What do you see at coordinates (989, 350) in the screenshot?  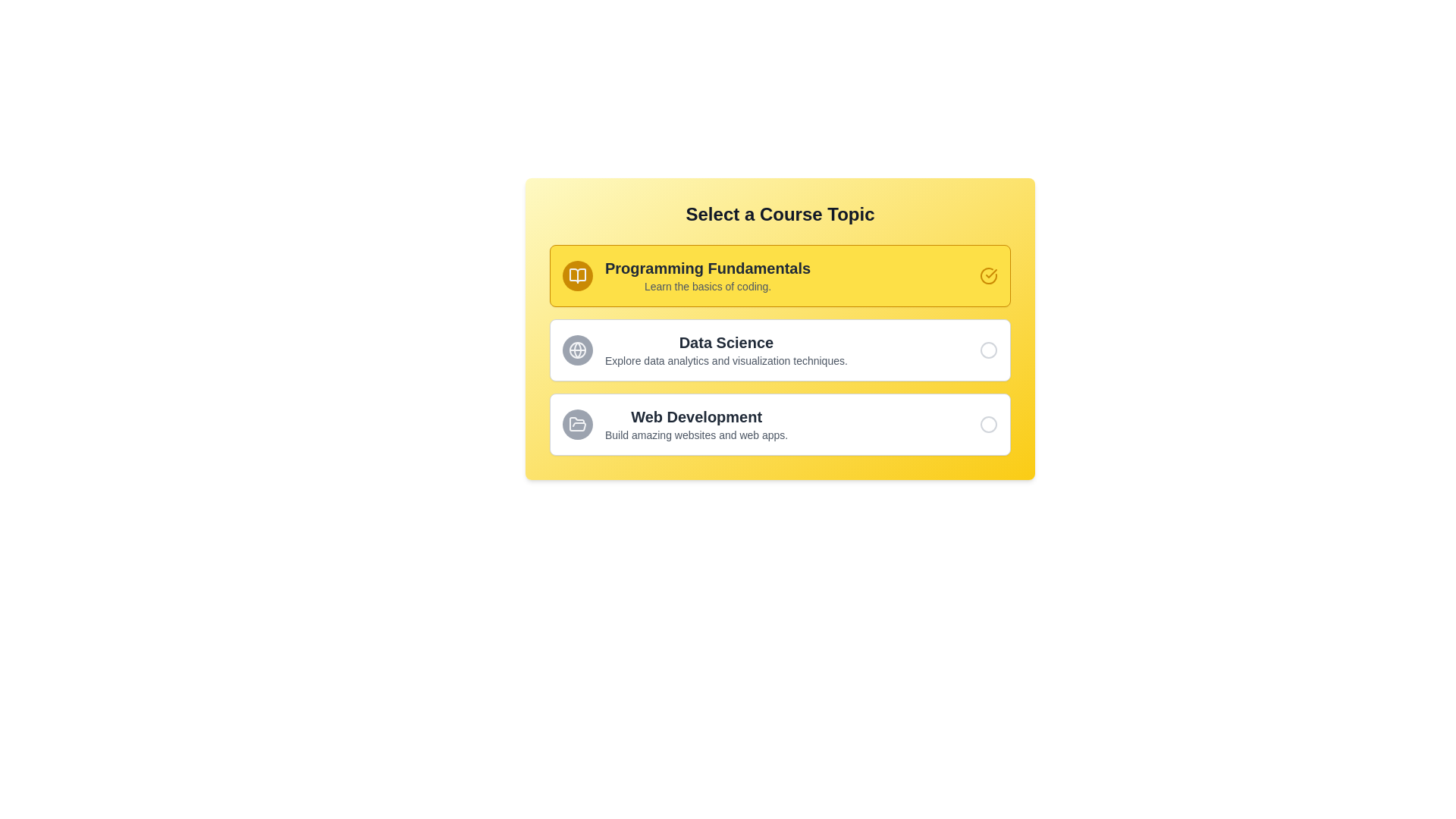 I see `the medium-sized outlined circle icon (radio button) located on the far-right side of the 'Data Science' section` at bounding box center [989, 350].